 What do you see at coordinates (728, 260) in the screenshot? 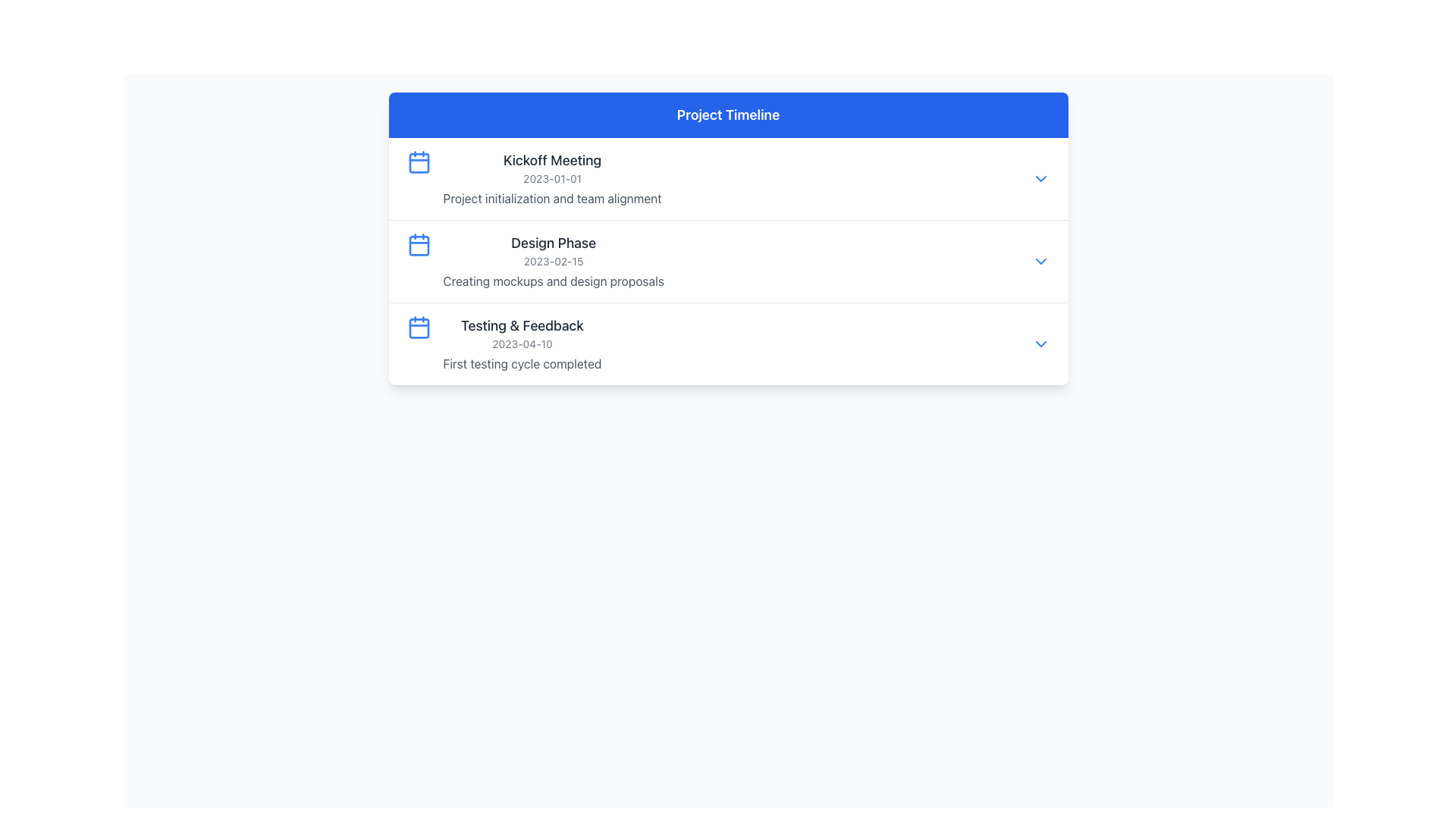
I see `the dropdown element located to the right of the 'Design Phase' timeline entry` at bounding box center [728, 260].